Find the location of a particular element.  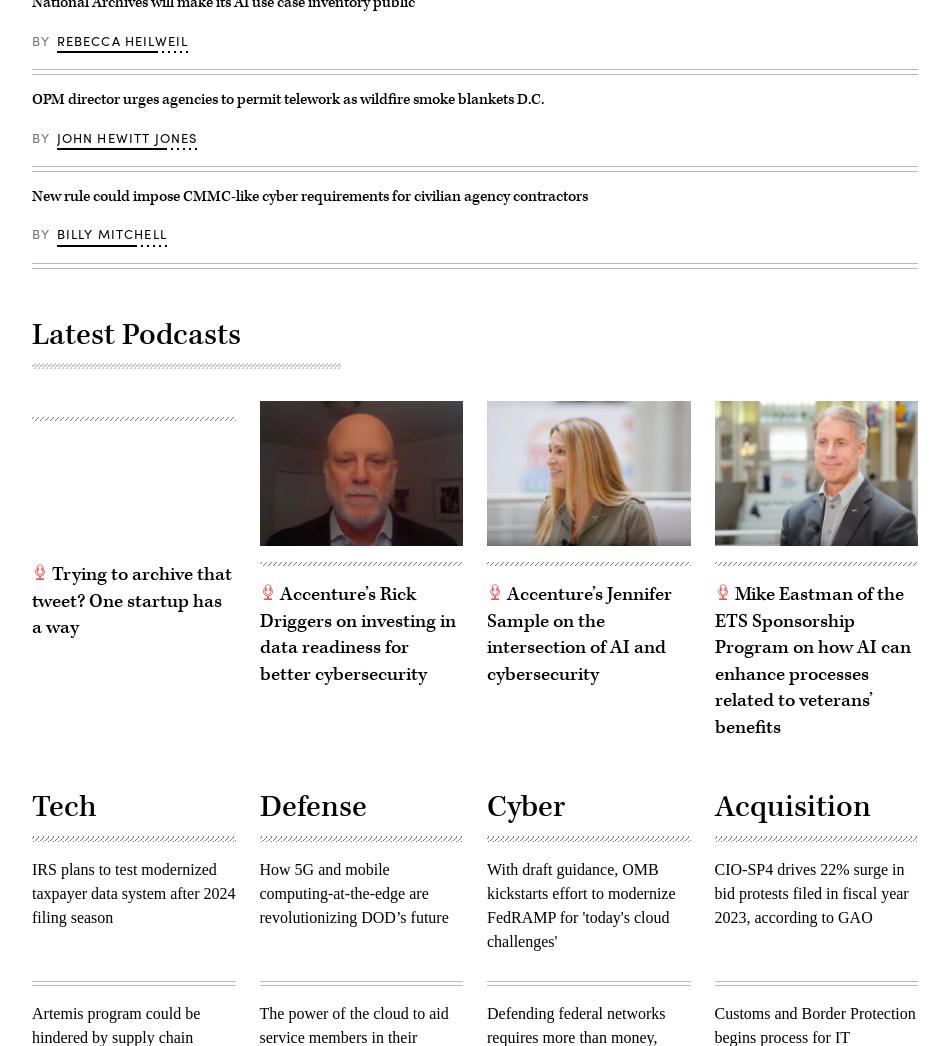

'Acquisition' is located at coordinates (791, 807).